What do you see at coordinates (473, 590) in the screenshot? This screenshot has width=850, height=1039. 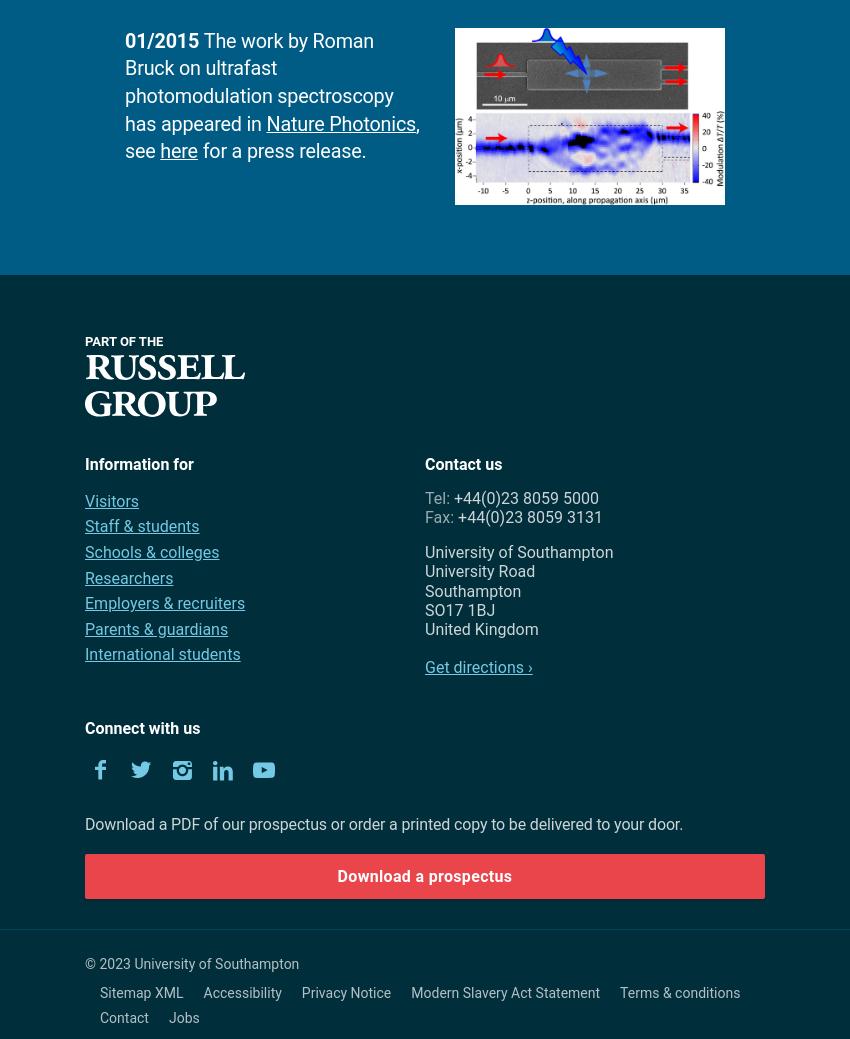 I see `'Southampton'` at bounding box center [473, 590].